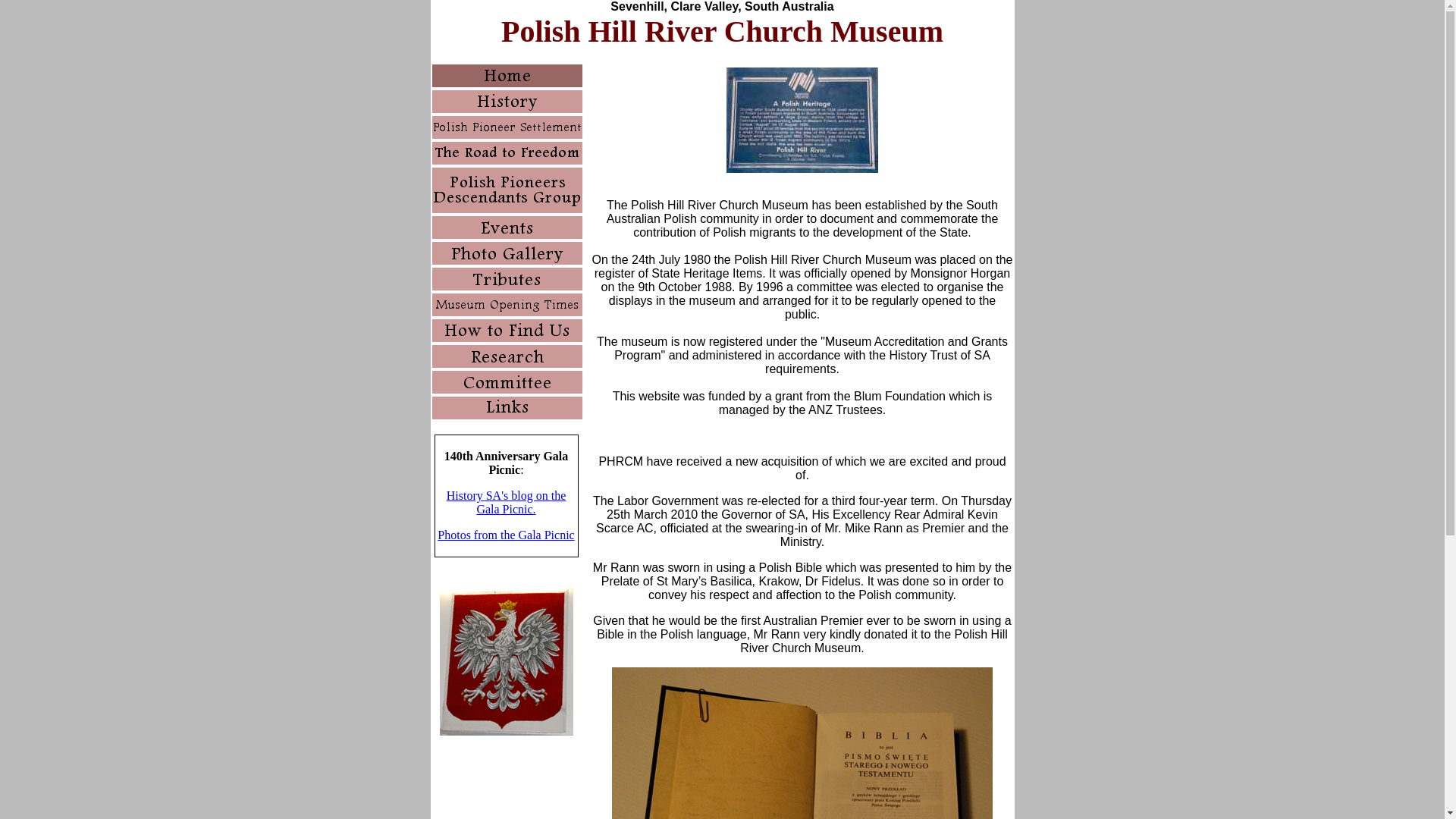  What do you see at coordinates (506, 502) in the screenshot?
I see `'History SA's blog on the Gala Picnic.'` at bounding box center [506, 502].